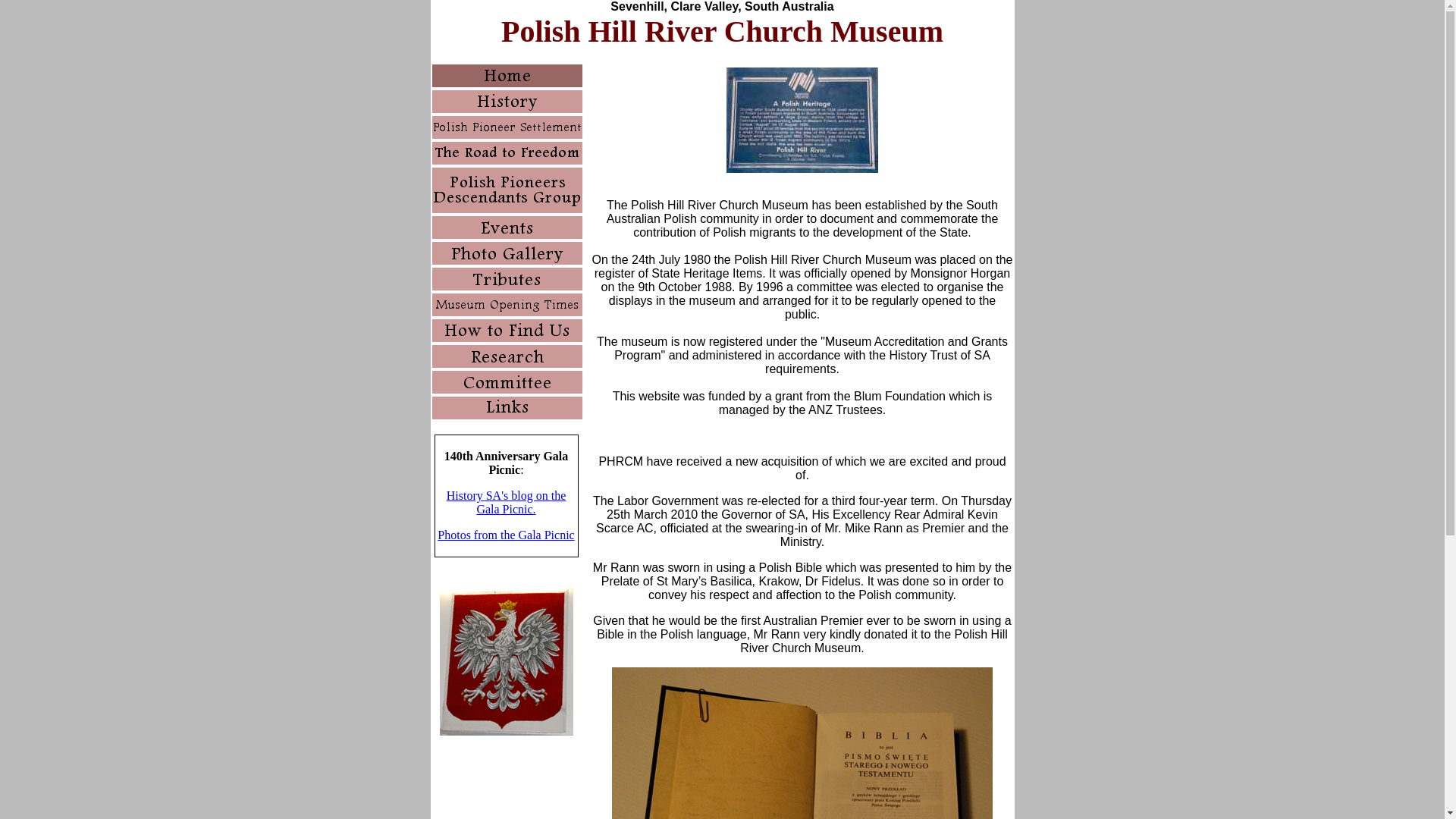  What do you see at coordinates (506, 502) in the screenshot?
I see `'History SA's blog on the Gala Picnic.'` at bounding box center [506, 502].